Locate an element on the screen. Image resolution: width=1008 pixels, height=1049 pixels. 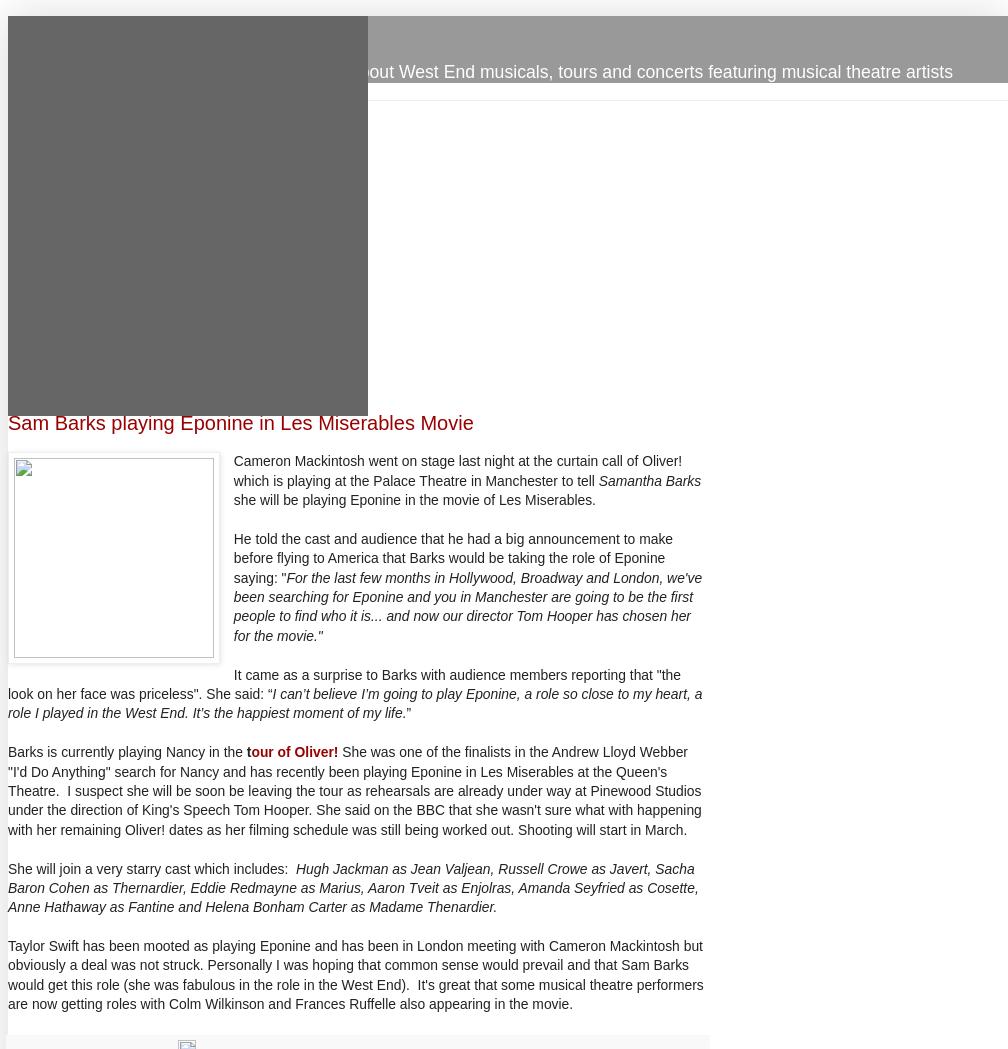
'I can’t believe I’m going to play Eponine, a role so close to  my heart, a role I played in the West End. It’s the happiest moment of  my life.' is located at coordinates (355, 703).